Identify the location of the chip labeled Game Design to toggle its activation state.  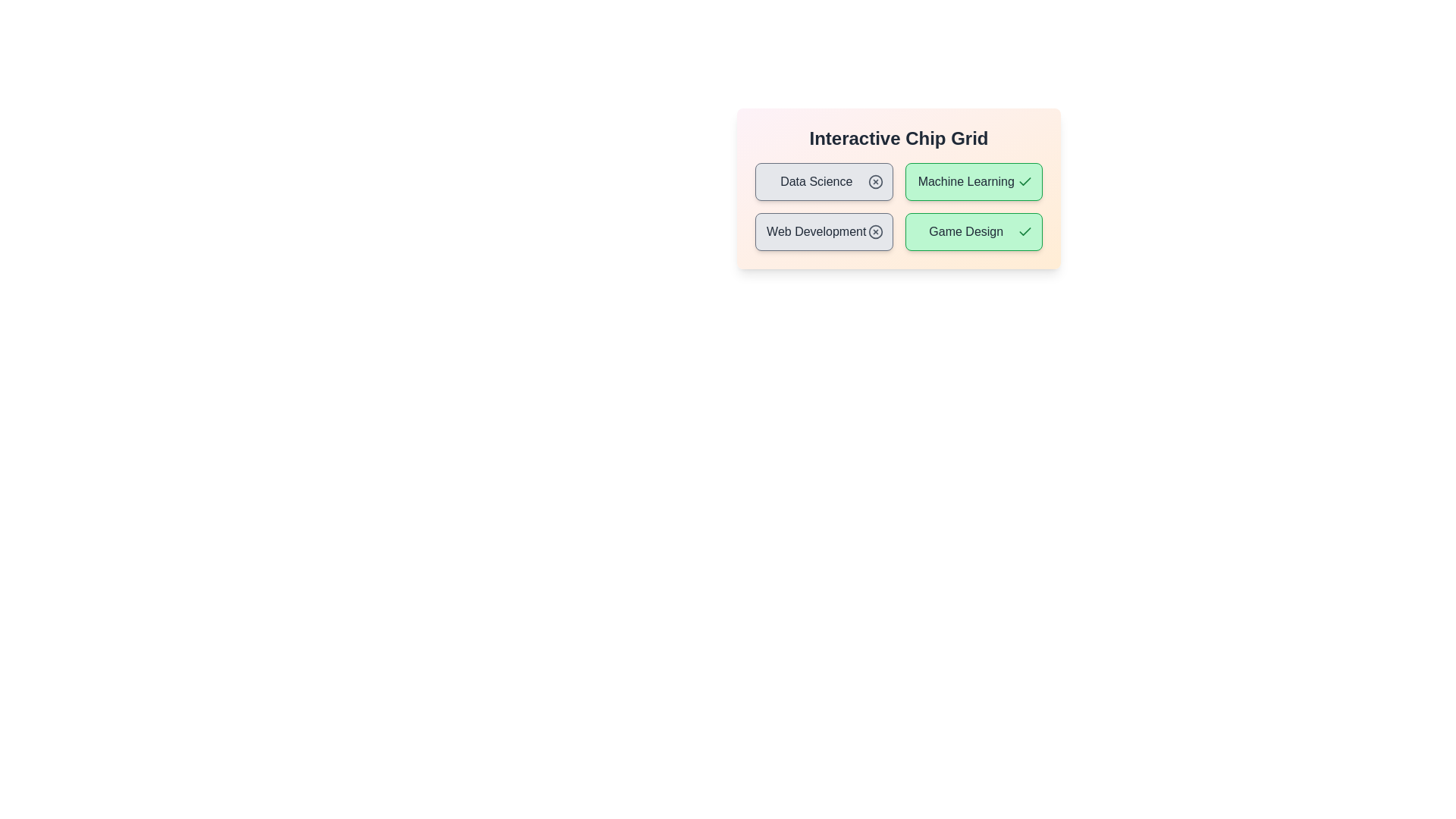
(974, 231).